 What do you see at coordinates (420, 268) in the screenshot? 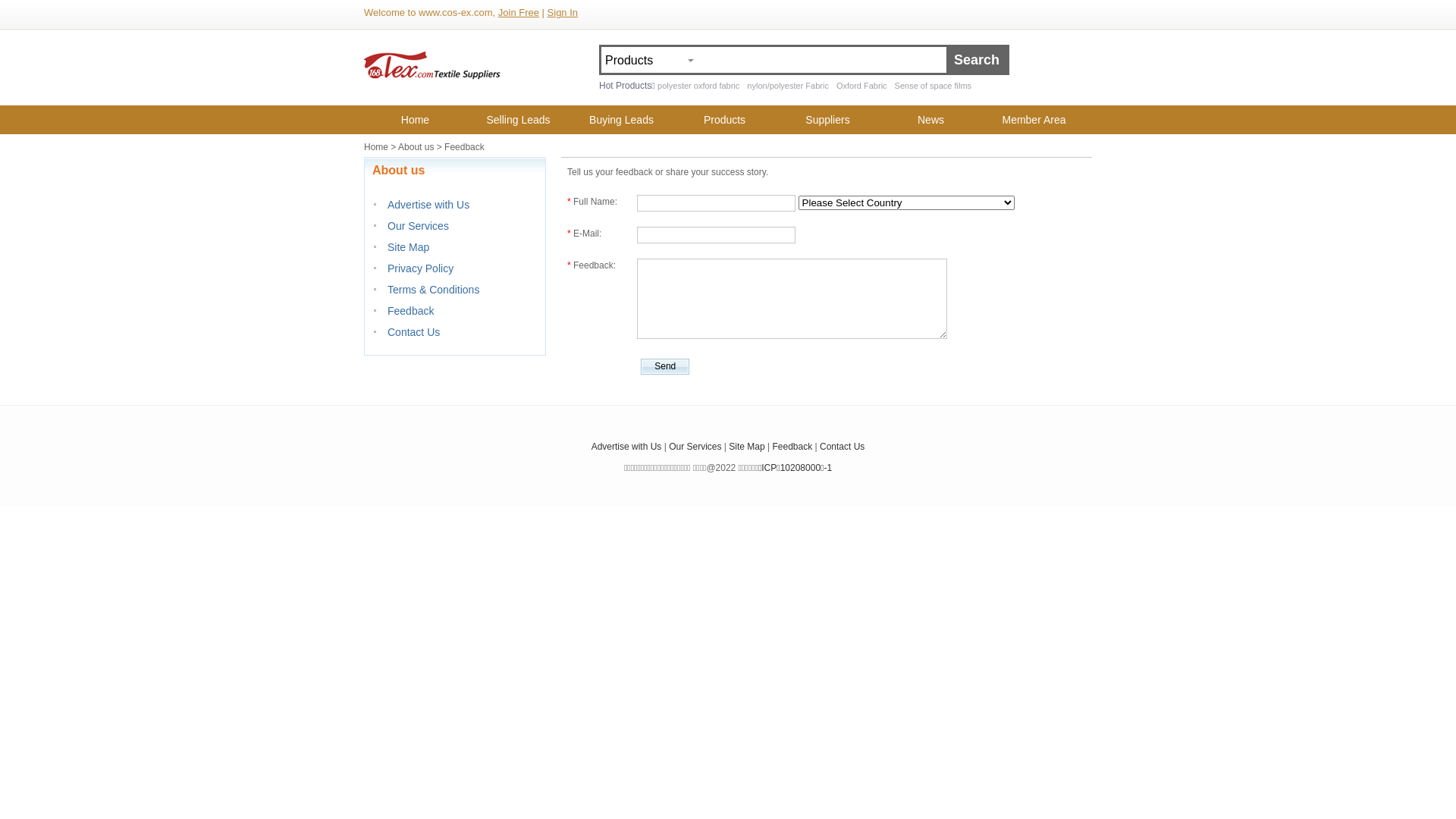
I see `'Privacy Policy'` at bounding box center [420, 268].